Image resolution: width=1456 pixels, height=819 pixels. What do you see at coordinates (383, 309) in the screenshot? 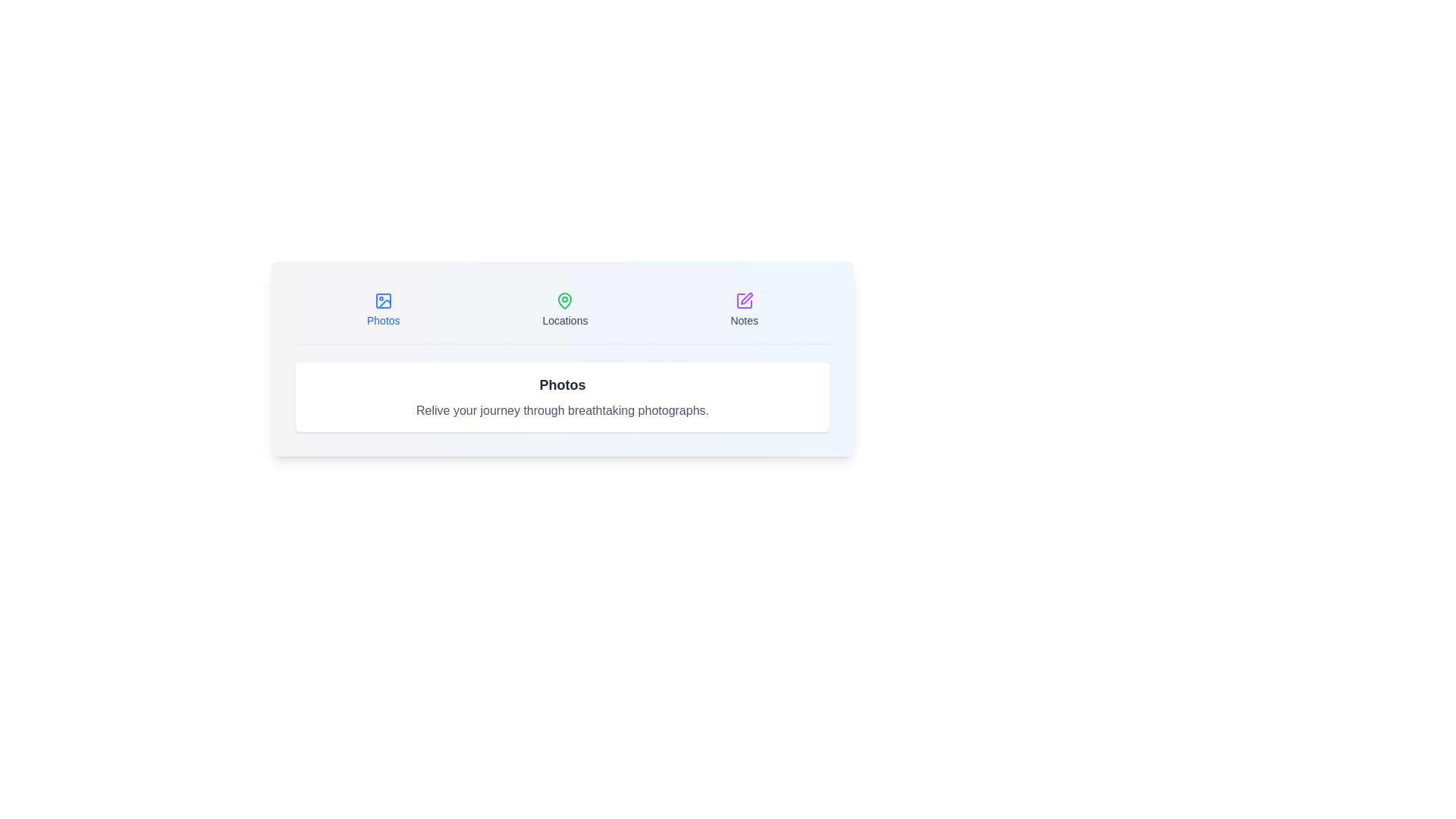
I see `the Photos tab by clicking on it` at bounding box center [383, 309].